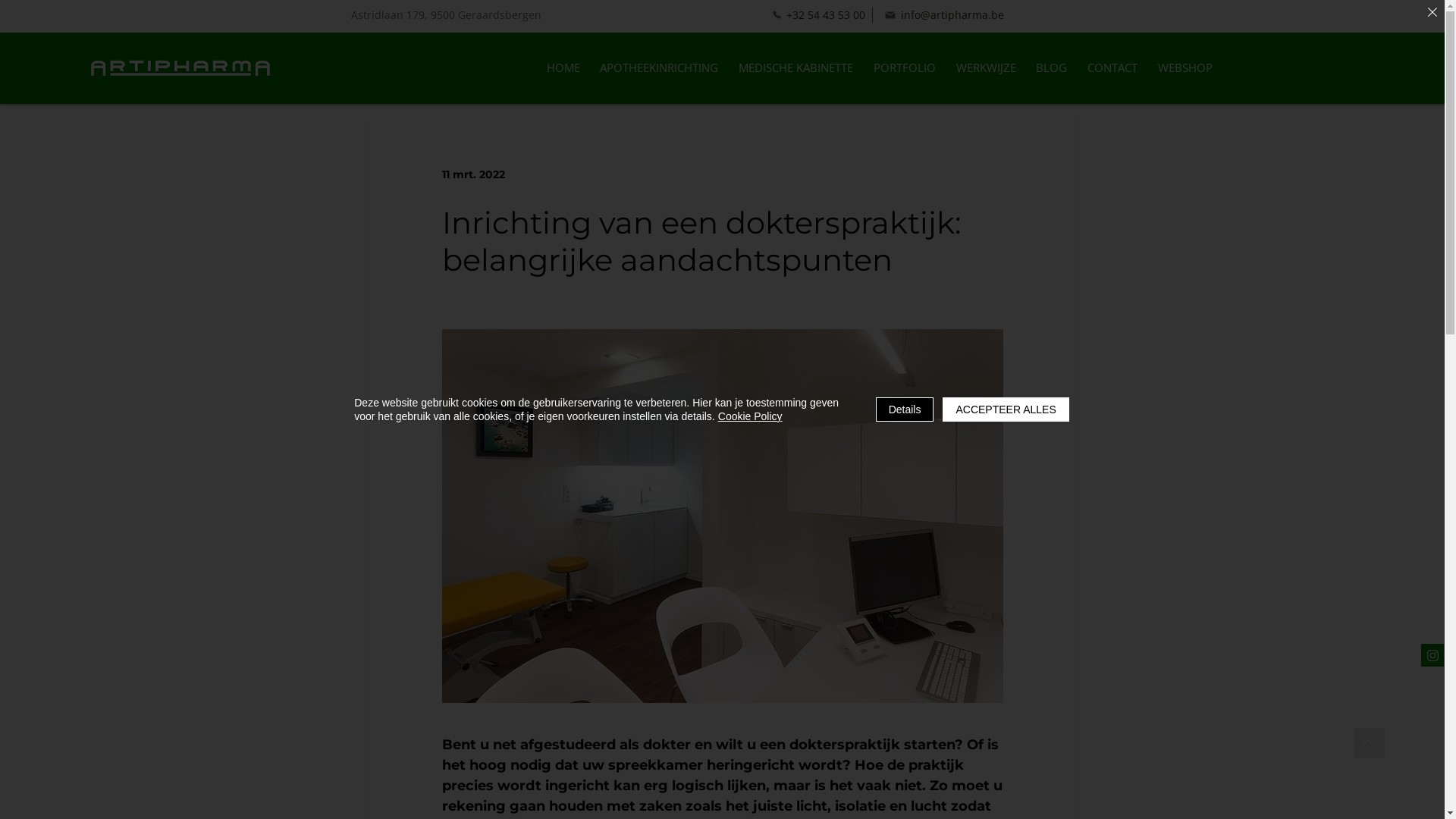 This screenshot has width=1456, height=819. I want to click on 'ACCEPTEER ALLES', so click(1005, 409).